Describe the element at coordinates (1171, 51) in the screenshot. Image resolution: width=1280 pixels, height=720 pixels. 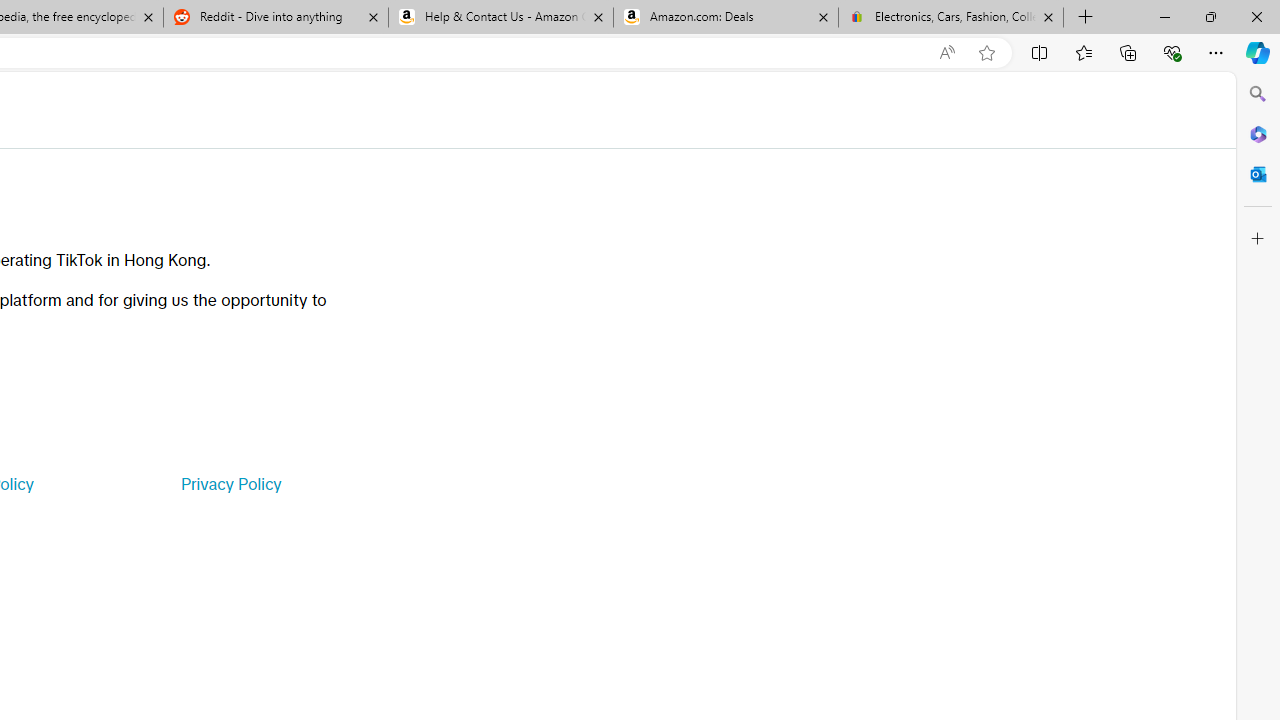
I see `'Browser essentials'` at that location.